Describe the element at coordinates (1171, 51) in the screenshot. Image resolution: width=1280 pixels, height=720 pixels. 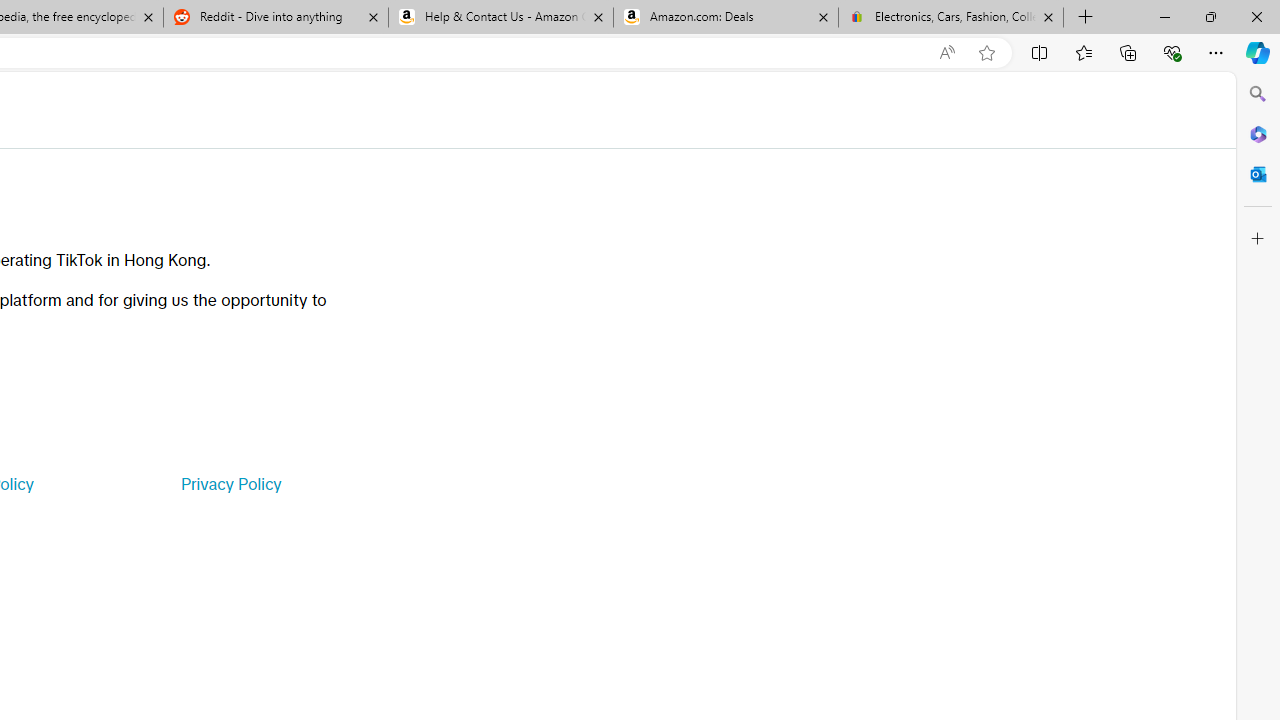
I see `'Browser essentials'` at that location.